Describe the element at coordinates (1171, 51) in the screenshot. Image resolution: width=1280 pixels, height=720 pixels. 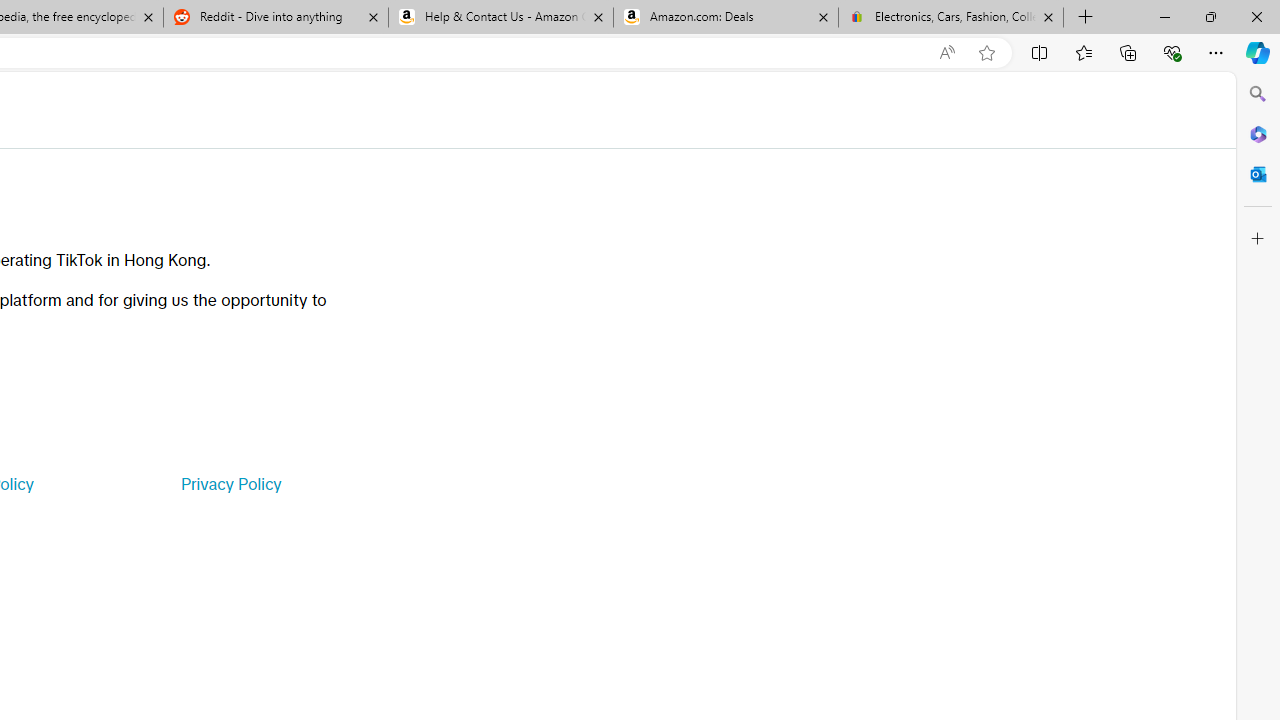
I see `'Browser essentials'` at that location.